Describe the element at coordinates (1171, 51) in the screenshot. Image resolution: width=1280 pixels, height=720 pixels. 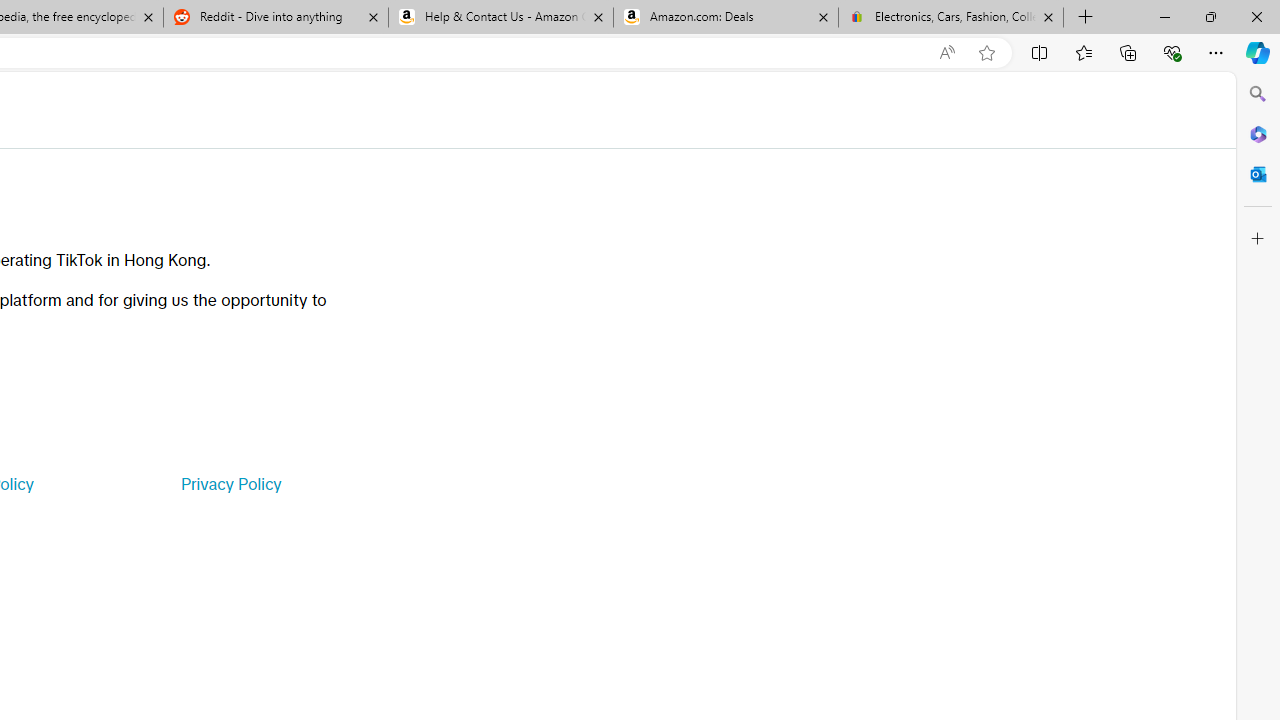
I see `'Browser essentials'` at that location.